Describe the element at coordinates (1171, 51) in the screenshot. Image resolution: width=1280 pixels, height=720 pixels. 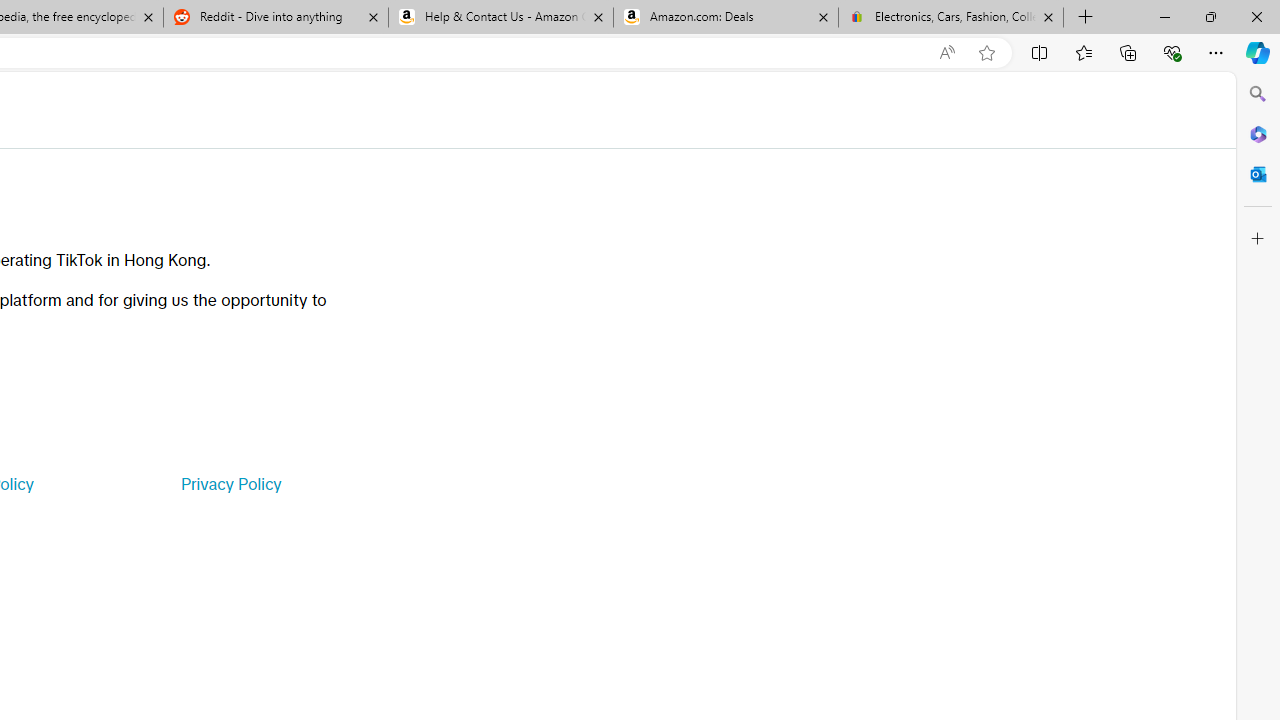
I see `'Browser essentials'` at that location.